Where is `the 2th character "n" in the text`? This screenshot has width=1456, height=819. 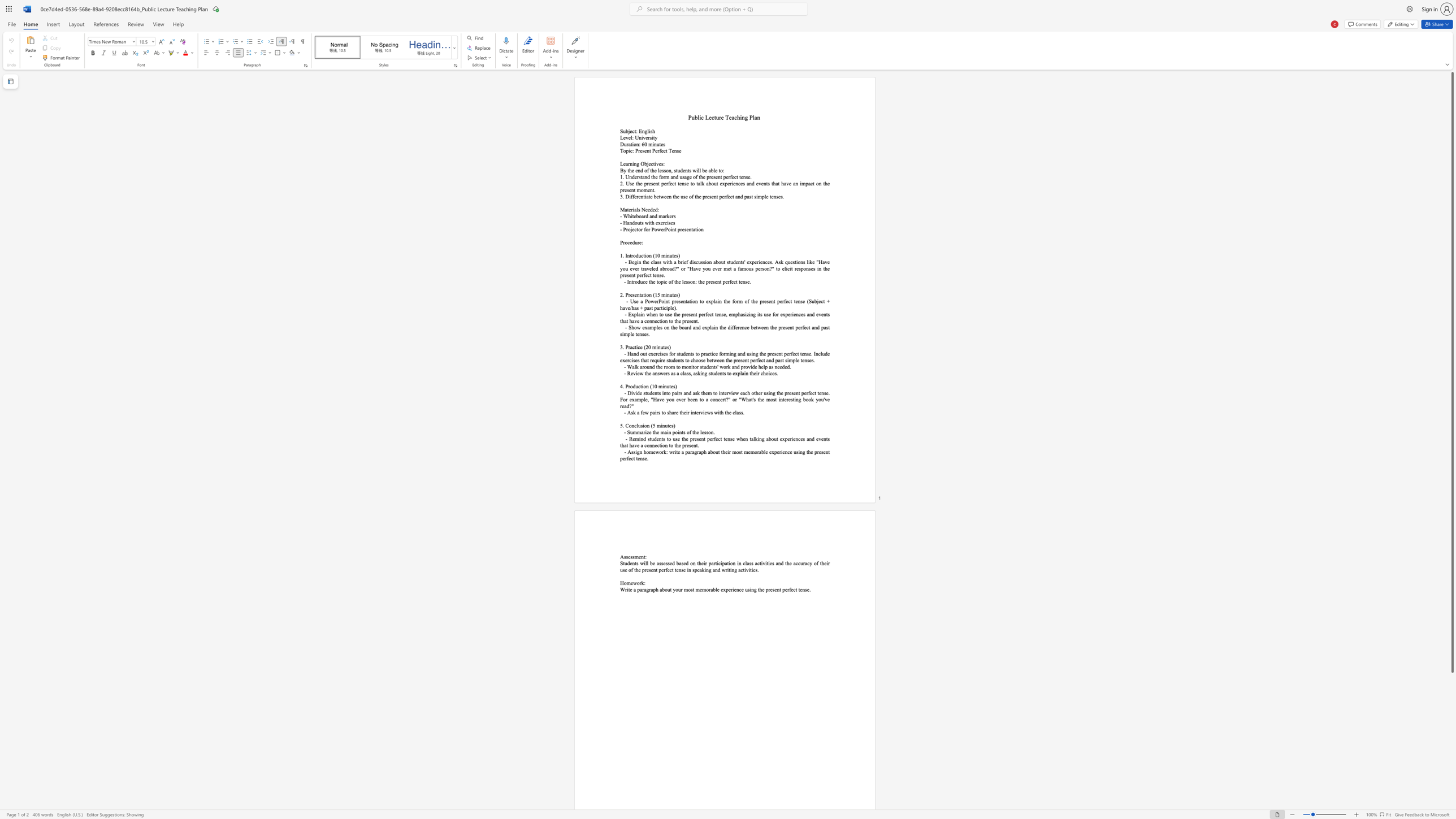 the 2th character "n" in the text is located at coordinates (694, 281).